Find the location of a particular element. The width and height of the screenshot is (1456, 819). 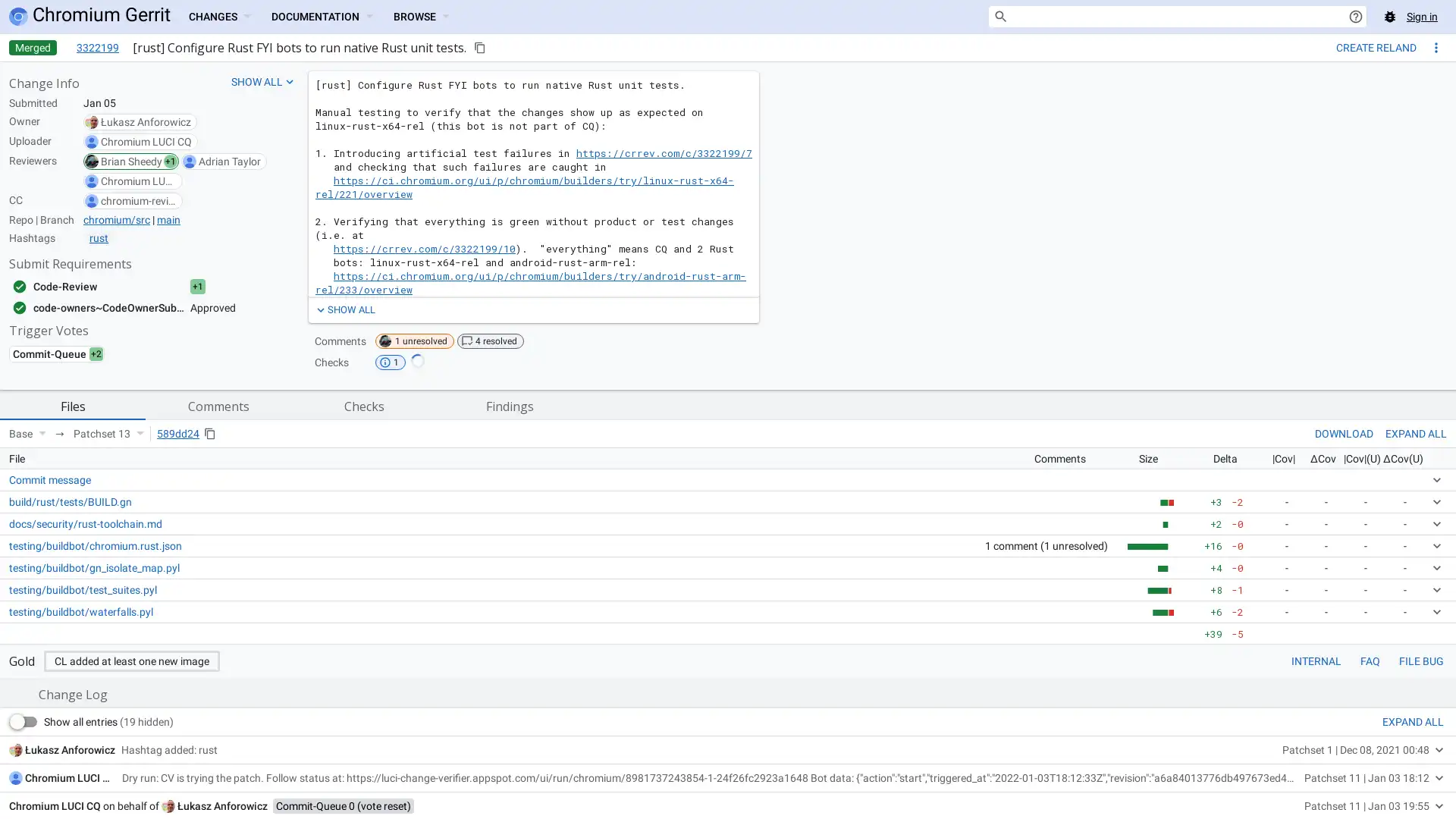

SHOW ALL is located at coordinates (344, 309).